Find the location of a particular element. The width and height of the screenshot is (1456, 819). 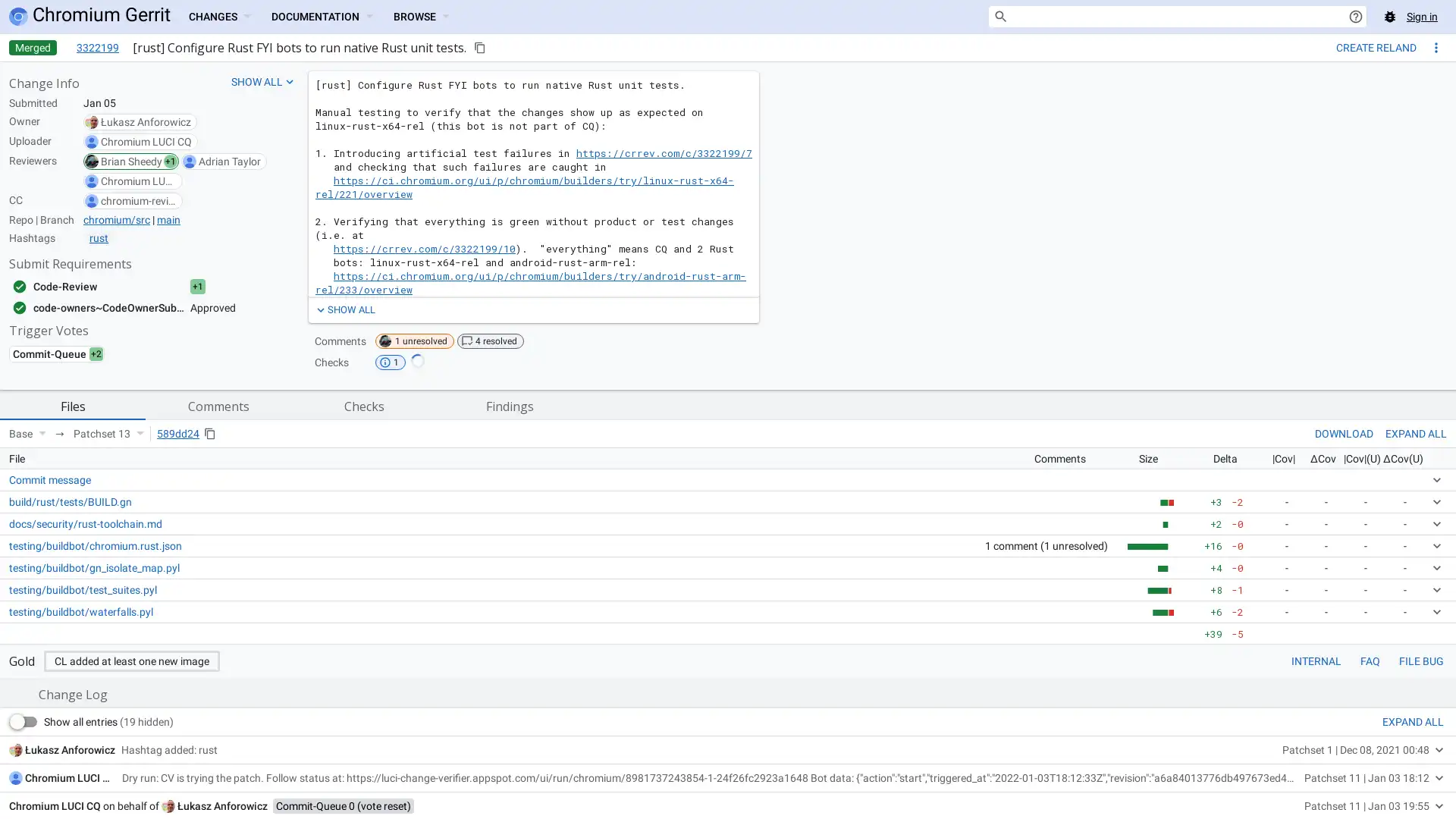

SHOW ALL is located at coordinates (344, 309).